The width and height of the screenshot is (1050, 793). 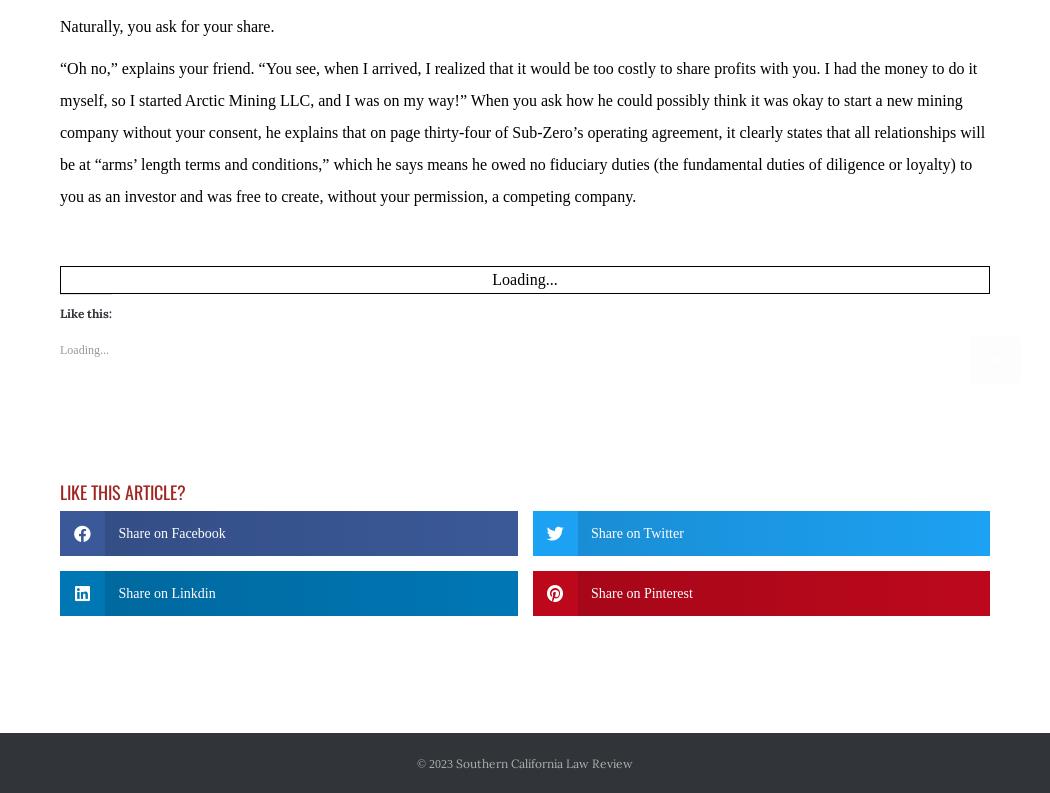 What do you see at coordinates (434, 706) in the screenshot?
I see `'© 2023'` at bounding box center [434, 706].